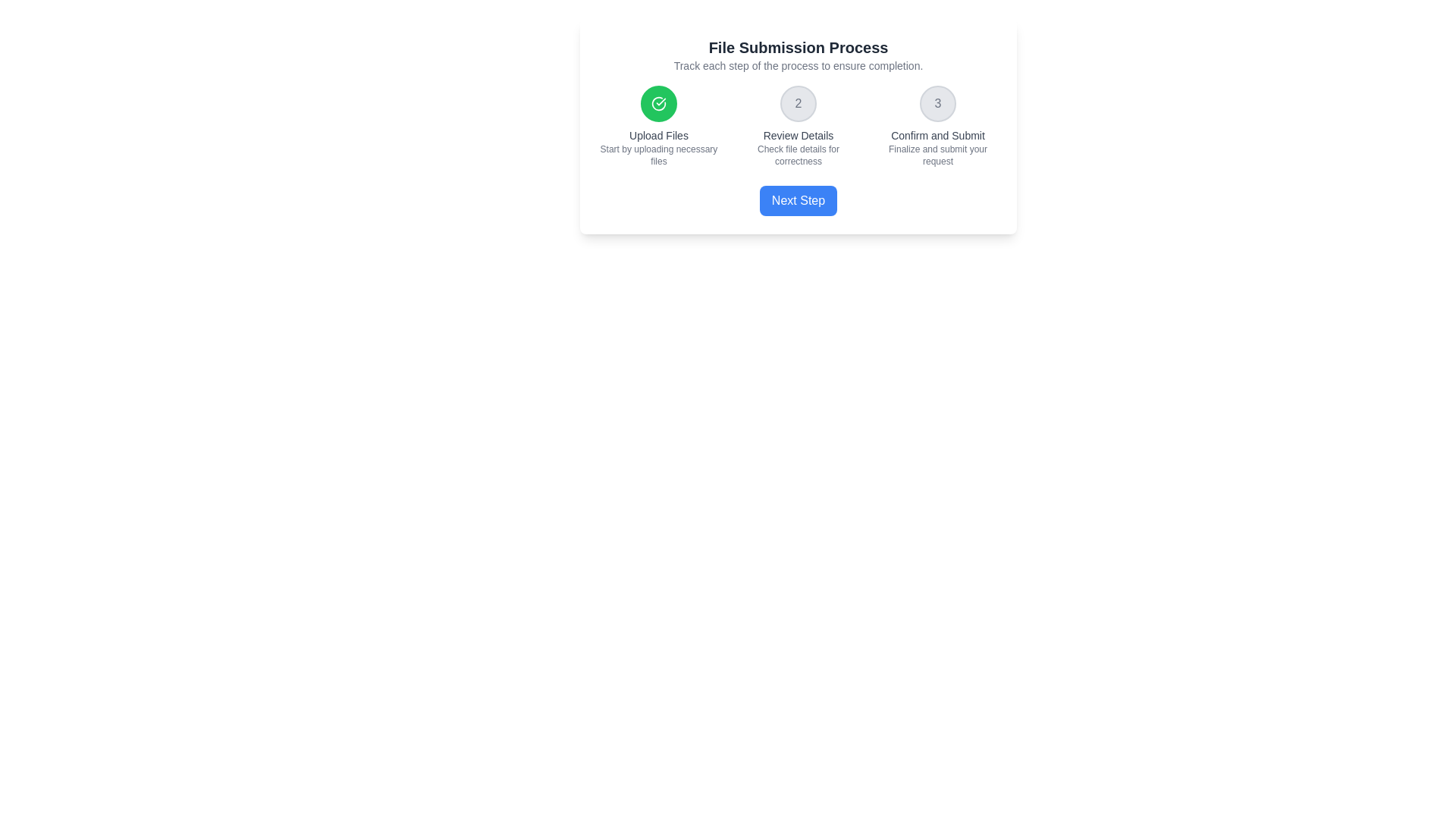  Describe the element at coordinates (797, 103) in the screenshot. I see `the circular progress step indicator badge with the numeral '2'` at that location.